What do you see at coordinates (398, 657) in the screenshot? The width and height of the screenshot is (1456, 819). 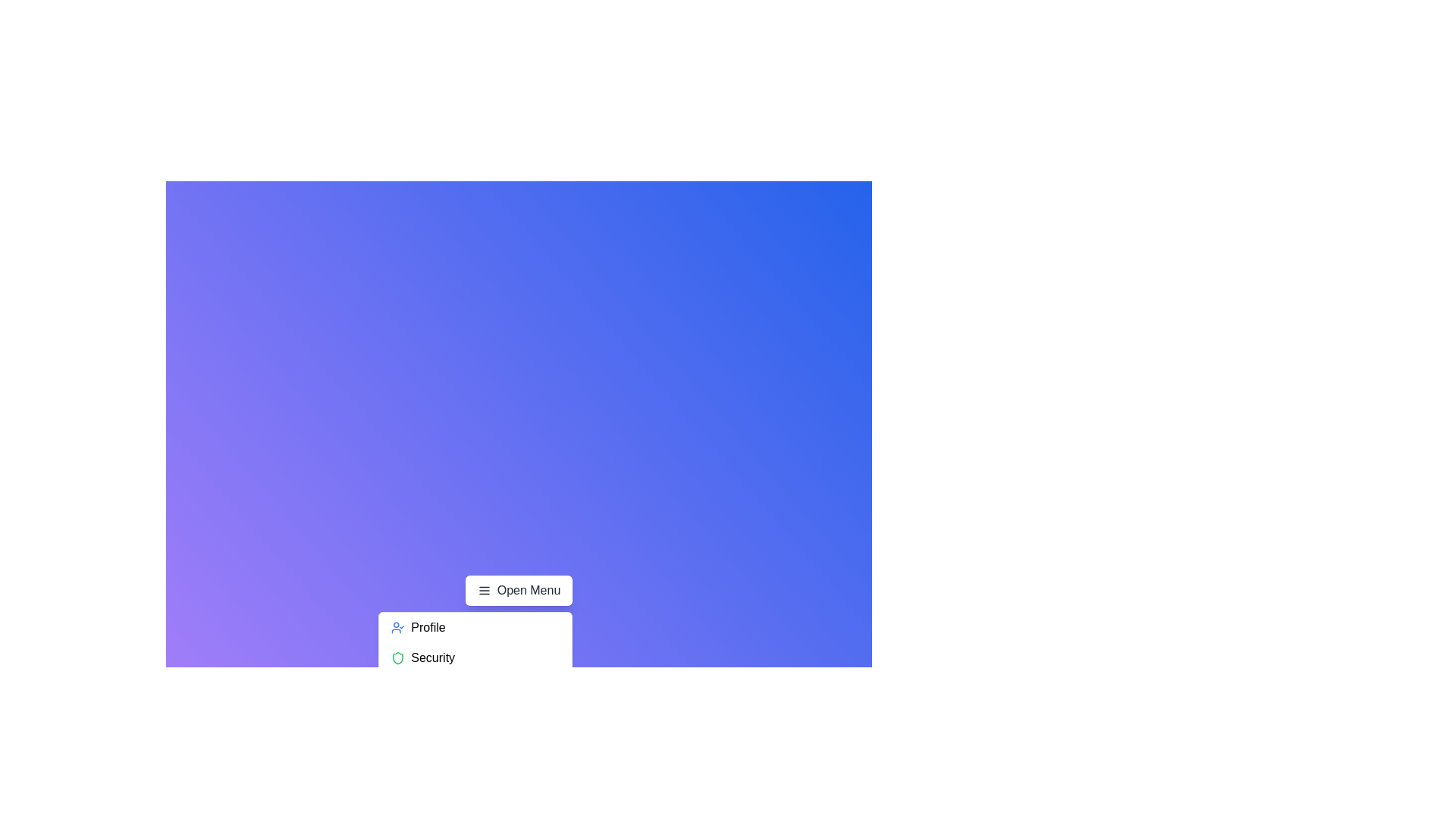 I see `the icon next to the menu item labeled Security` at bounding box center [398, 657].